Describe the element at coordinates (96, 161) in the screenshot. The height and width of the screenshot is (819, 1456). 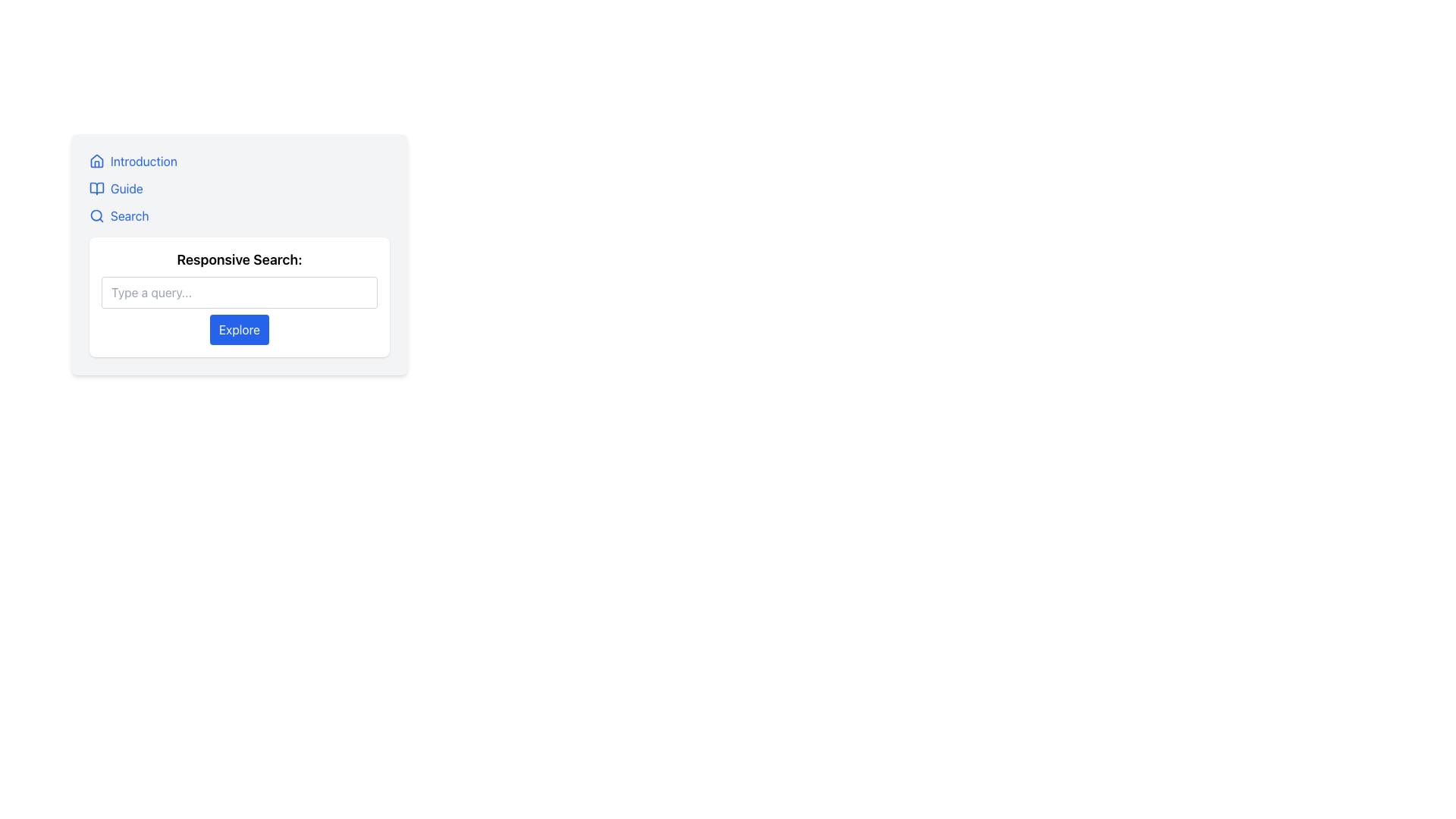
I see `the house icon located on the left side above the navigation links labeled 'Introduction', 'Guide', and 'Search'` at that location.